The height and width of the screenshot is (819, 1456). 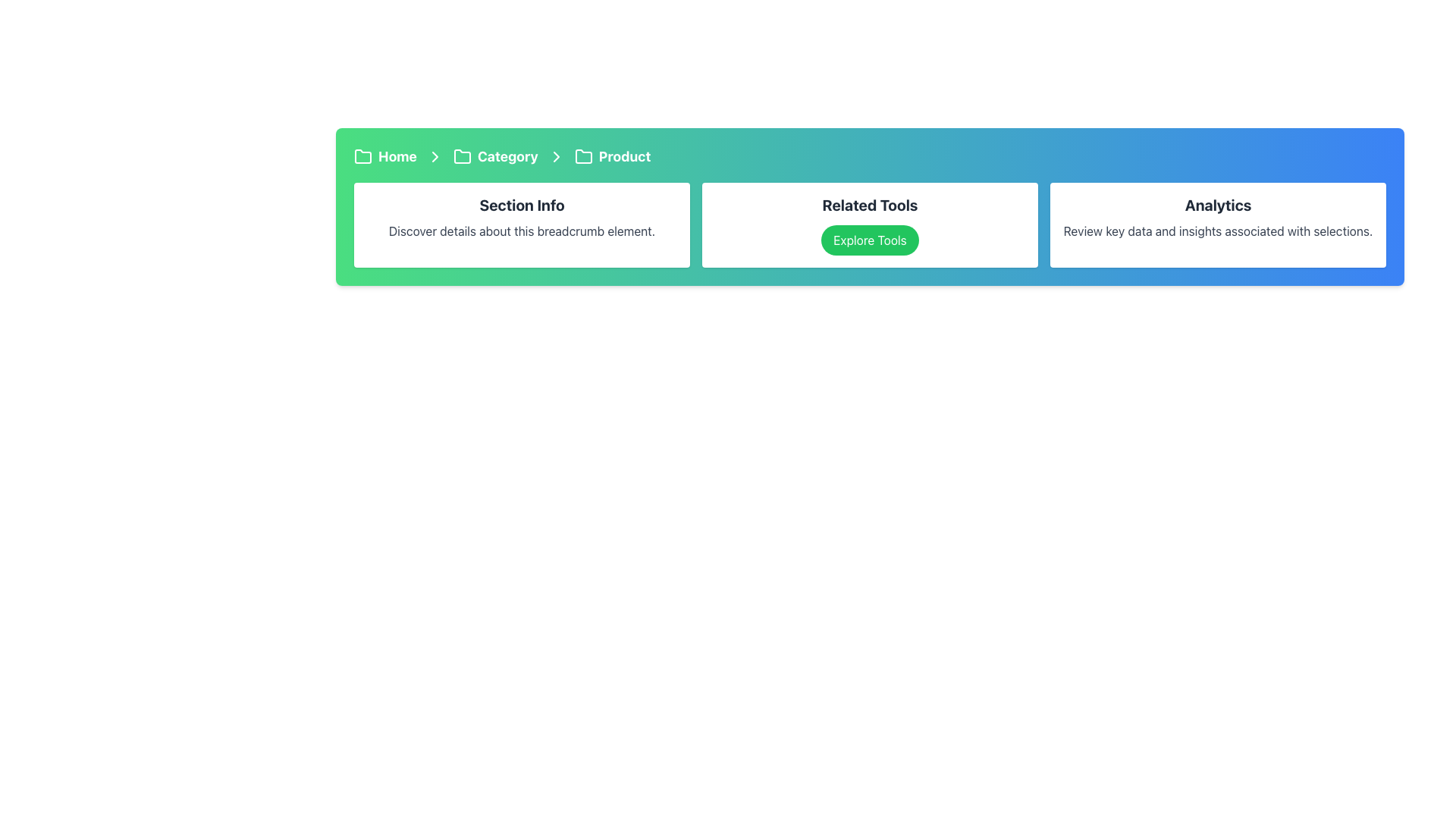 I want to click on the navigational breadcrumb link labeled 'Category', so click(x=495, y=157).